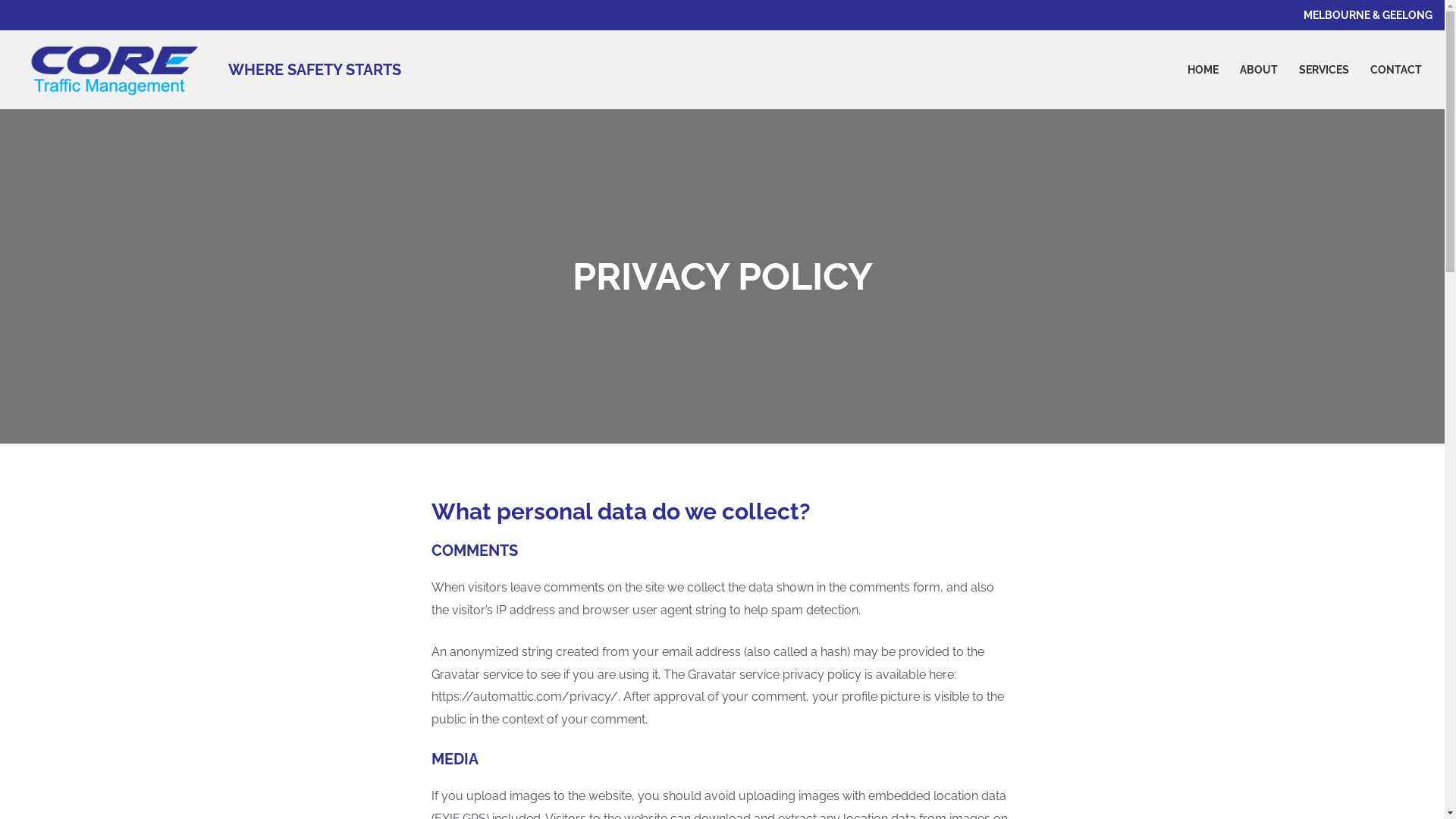  What do you see at coordinates (1202, 70) in the screenshot?
I see `'HOME'` at bounding box center [1202, 70].